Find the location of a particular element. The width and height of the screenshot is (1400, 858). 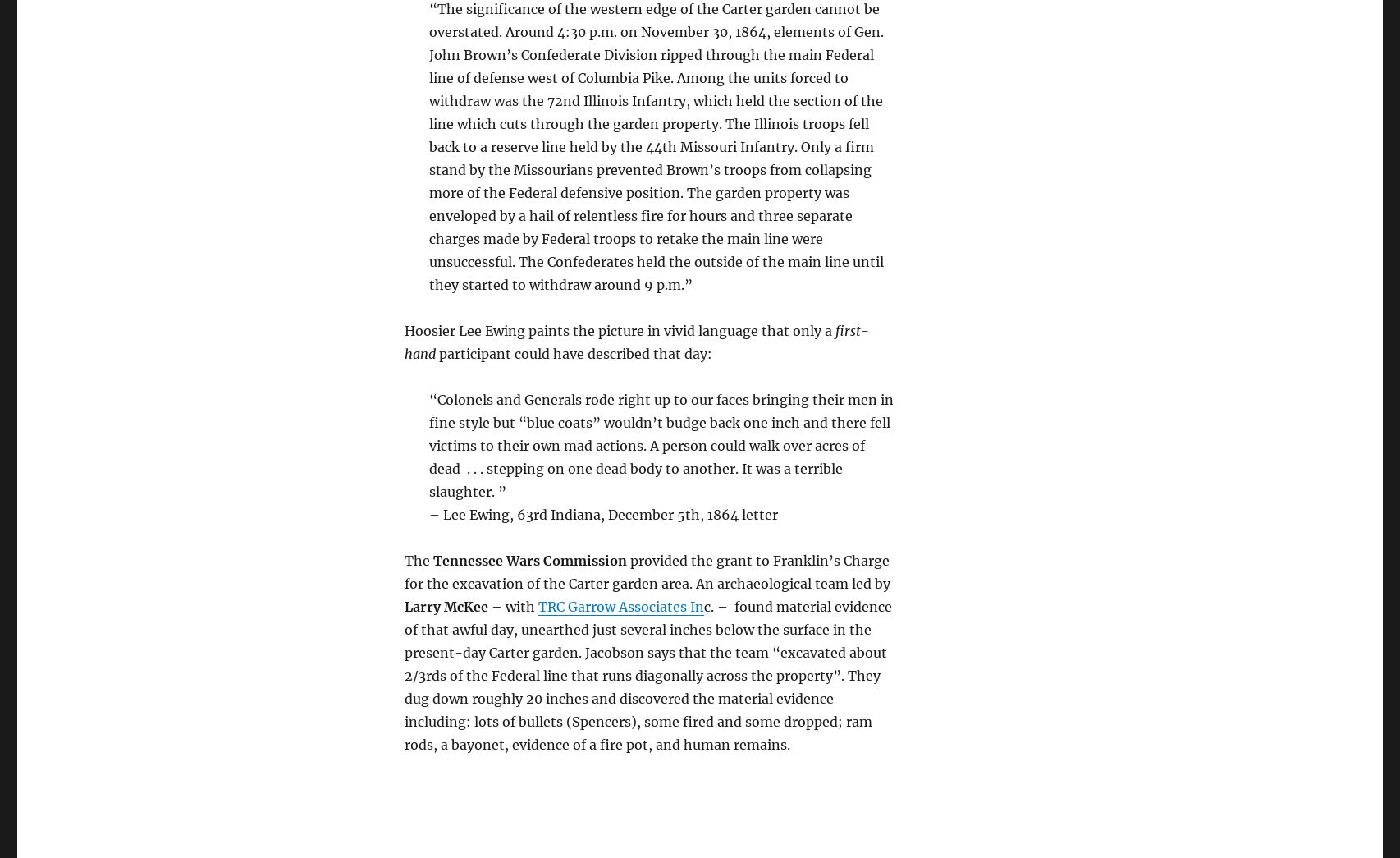

'Tennessee Wars Commission' is located at coordinates (432, 559).